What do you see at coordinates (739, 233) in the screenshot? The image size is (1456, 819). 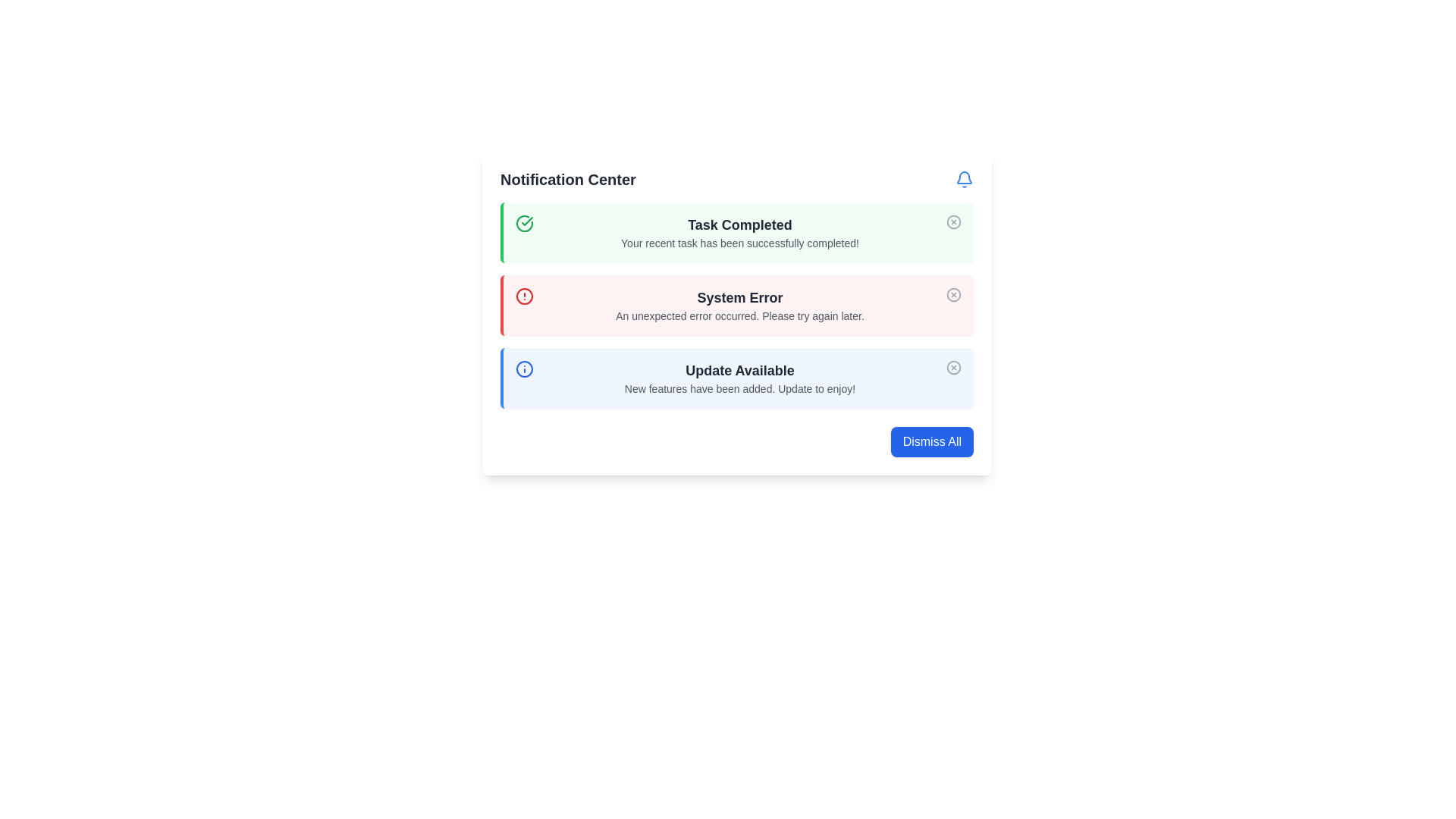 I see `the informational text block that displays 'Task Completed' and 'Your recent task has been successfully completed!' on a green background, located in the Notification Center` at bounding box center [739, 233].